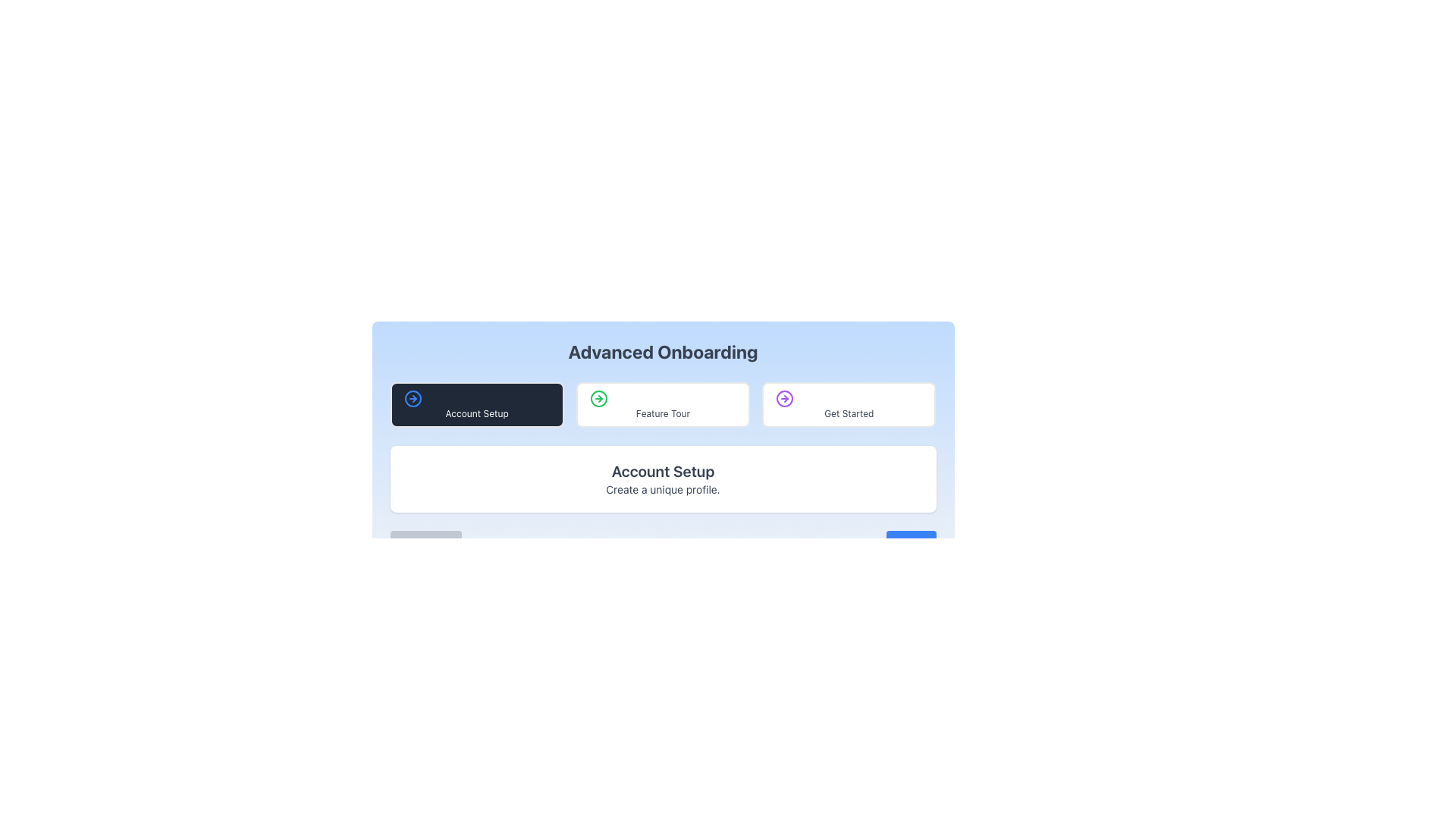 This screenshot has height=819, width=1456. What do you see at coordinates (413, 397) in the screenshot?
I see `the circular icon with a right-pointing arrow, which is located on the left side of the 'Account Setup' button` at bounding box center [413, 397].